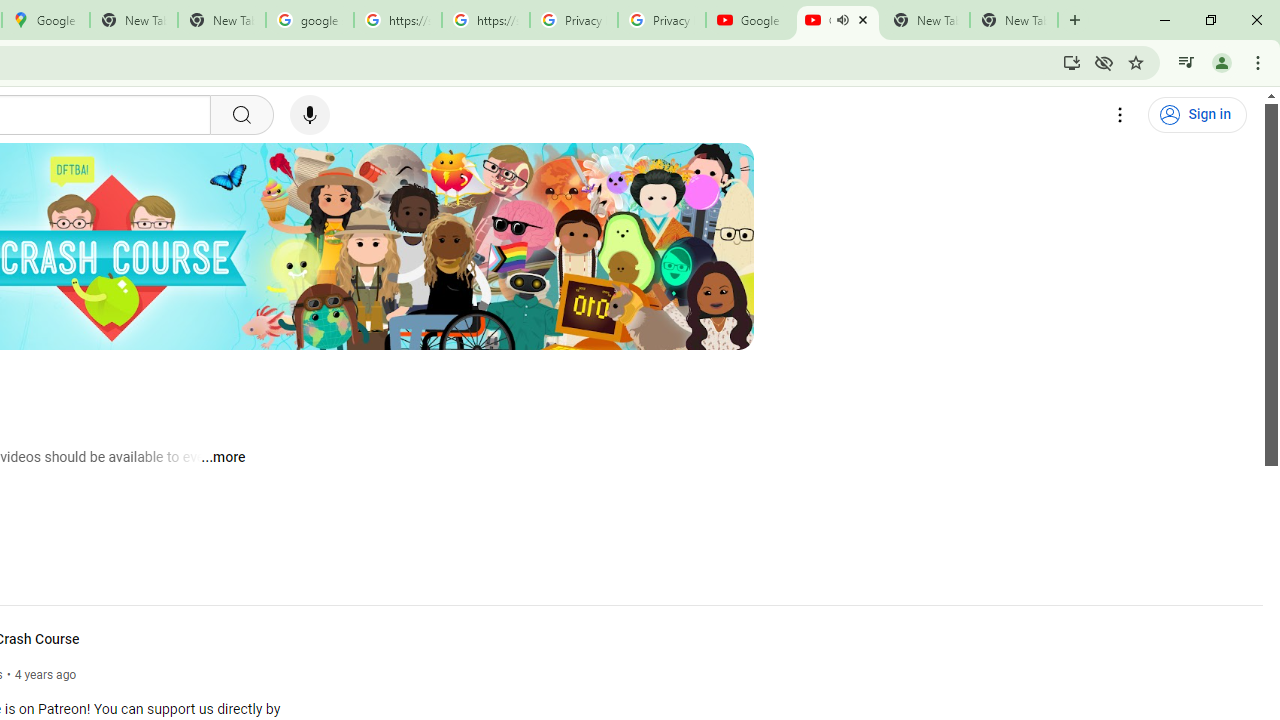 The image size is (1280, 720). Describe the element at coordinates (749, 20) in the screenshot. I see `'Google - YouTube'` at that location.